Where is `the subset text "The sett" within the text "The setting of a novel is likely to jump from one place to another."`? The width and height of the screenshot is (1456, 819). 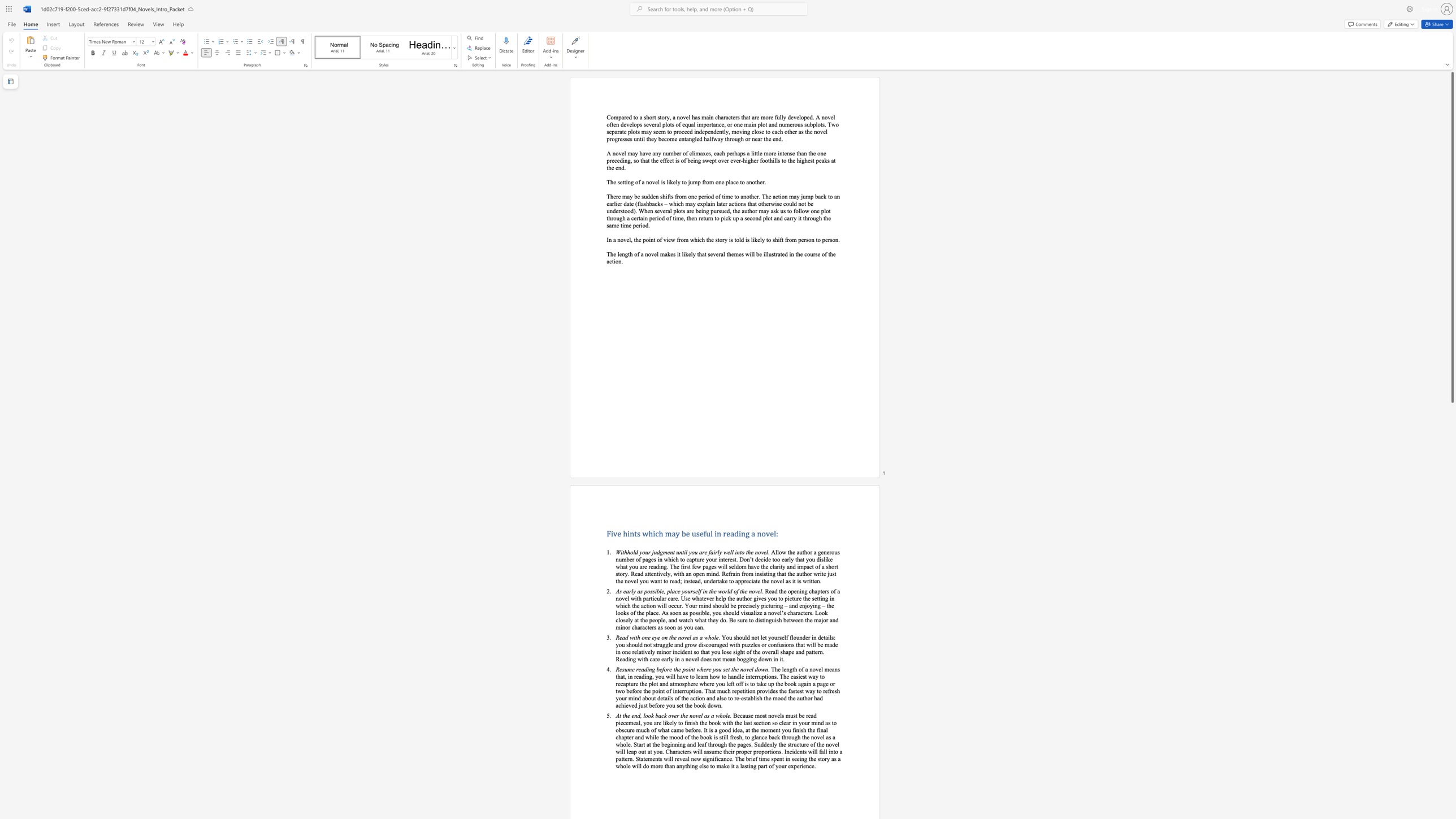 the subset text "The sett" within the text "The setting of a novel is likely to jump from one place to another." is located at coordinates (606, 181).